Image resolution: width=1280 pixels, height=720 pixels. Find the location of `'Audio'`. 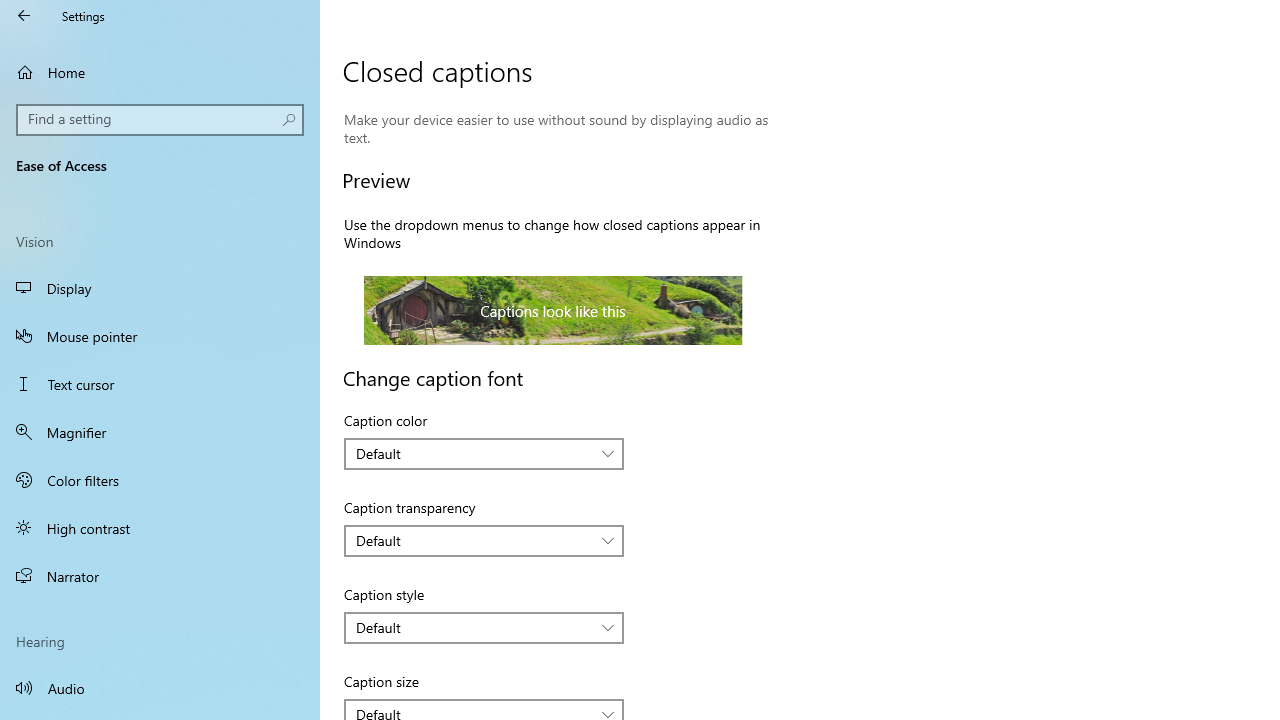

'Audio' is located at coordinates (160, 686).